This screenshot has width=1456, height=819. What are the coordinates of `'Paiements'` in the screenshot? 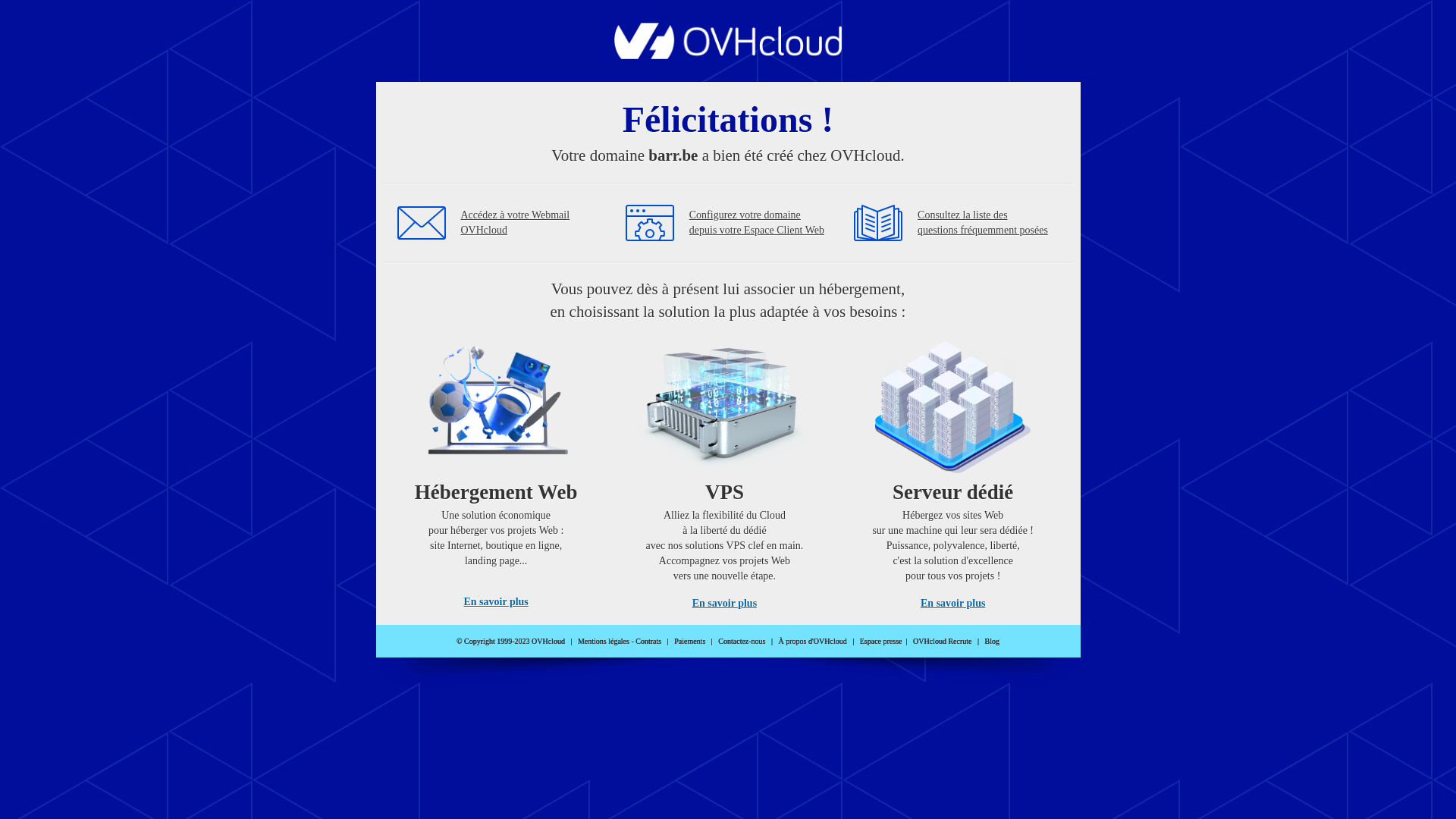 It's located at (689, 641).